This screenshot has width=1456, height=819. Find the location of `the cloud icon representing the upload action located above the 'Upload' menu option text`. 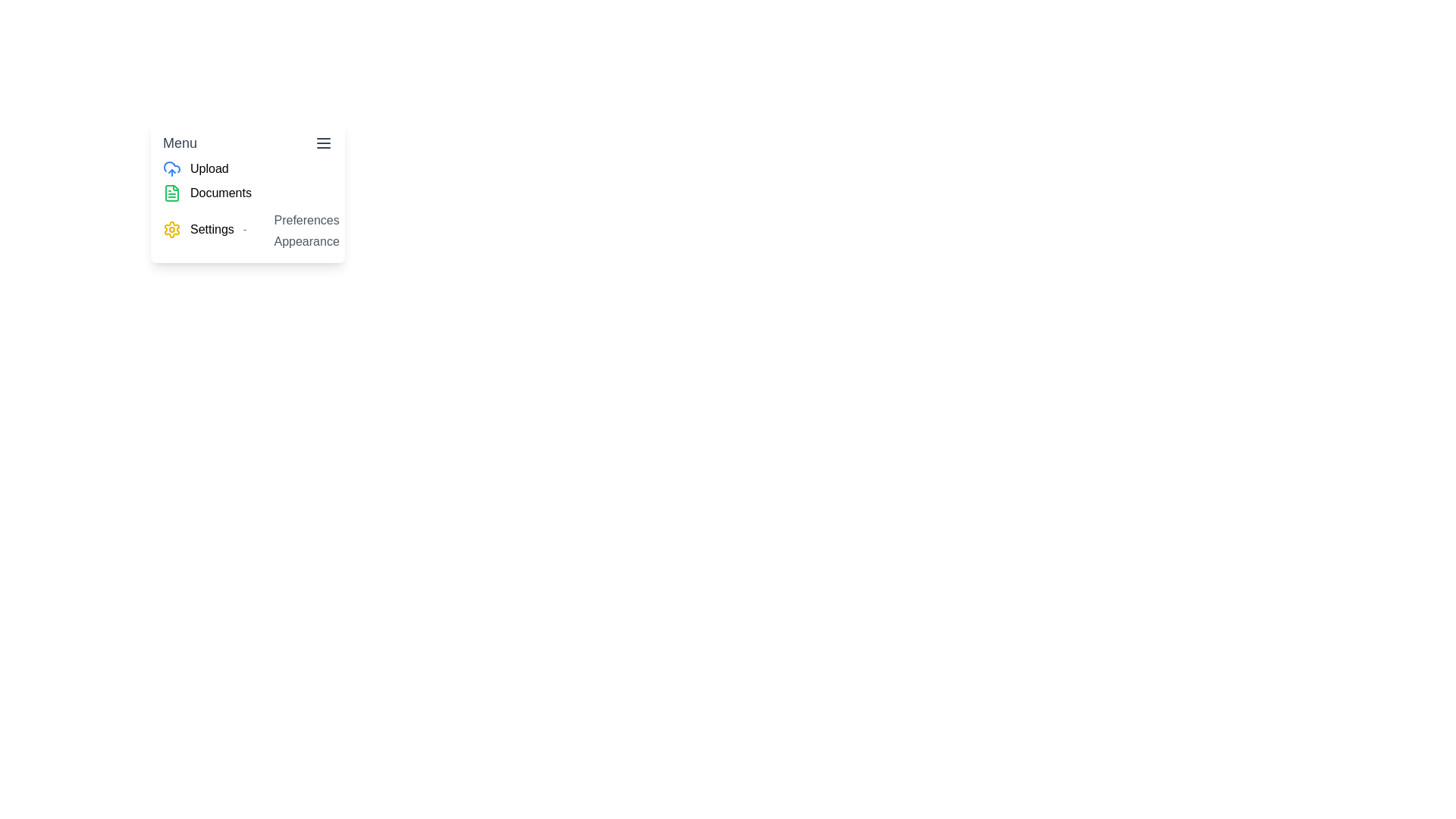

the cloud icon representing the upload action located above the 'Upload' menu option text is located at coordinates (171, 166).